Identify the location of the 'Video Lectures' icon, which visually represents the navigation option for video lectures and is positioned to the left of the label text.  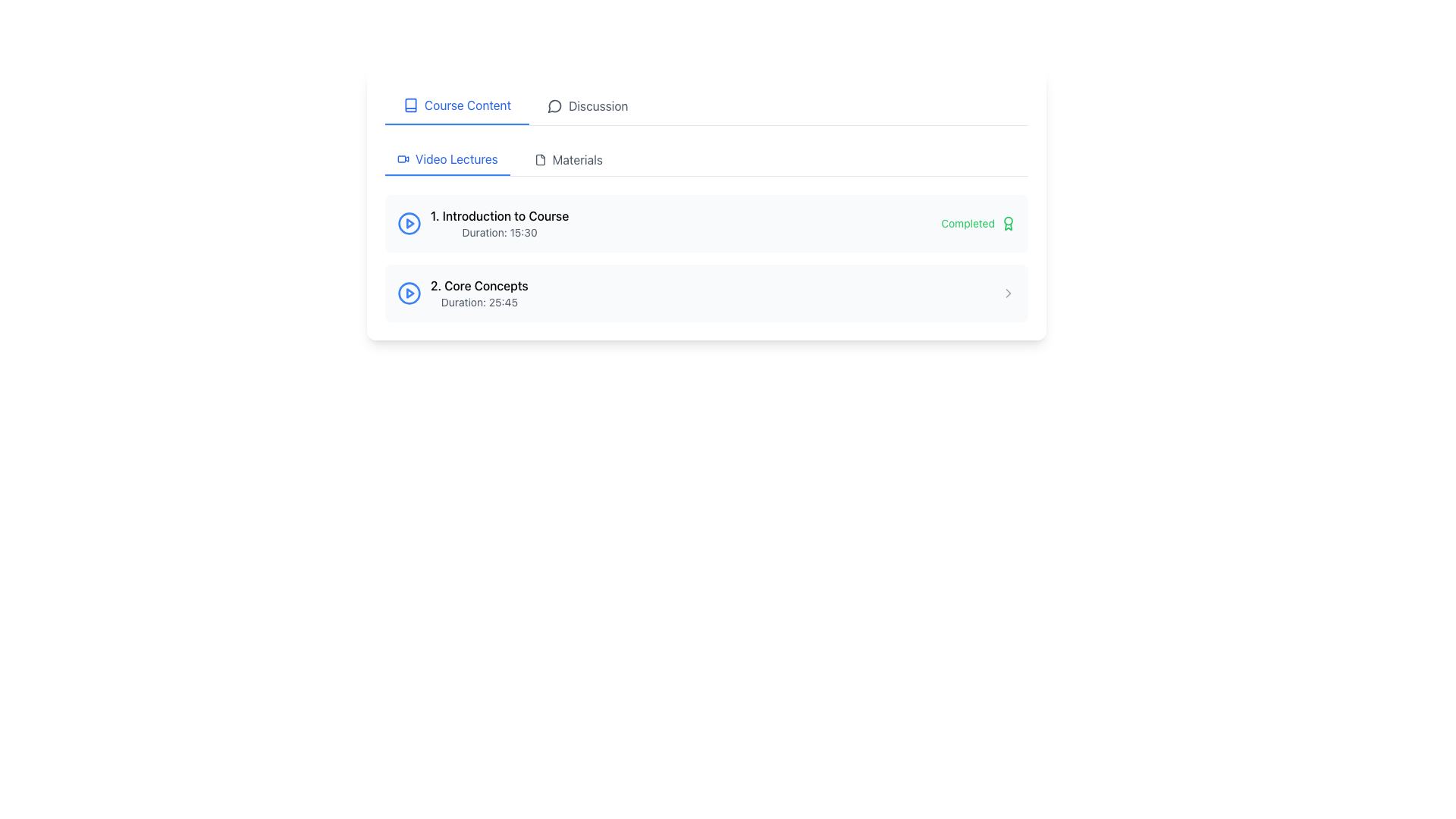
(403, 158).